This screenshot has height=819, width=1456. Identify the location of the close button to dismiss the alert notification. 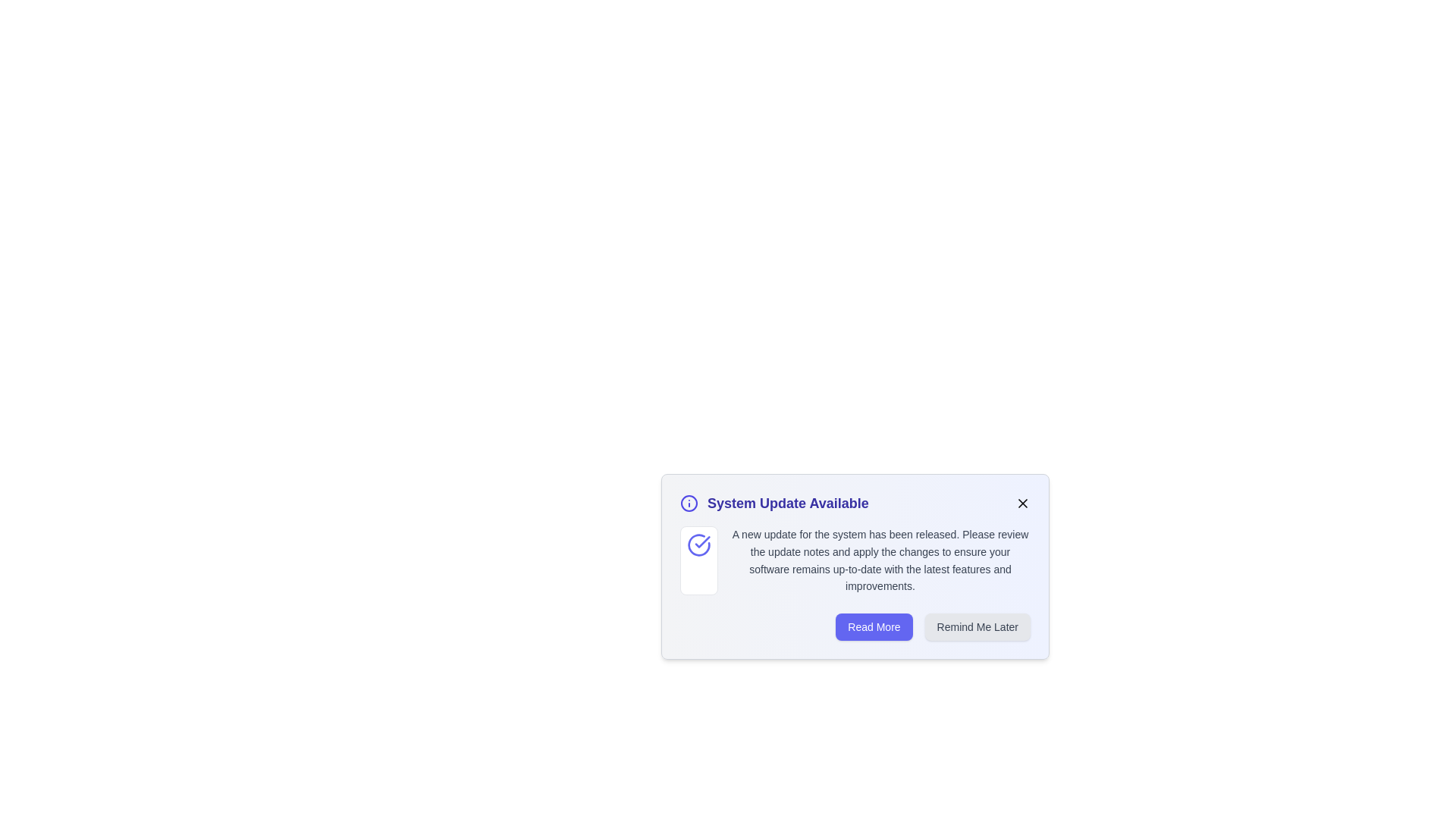
(1022, 503).